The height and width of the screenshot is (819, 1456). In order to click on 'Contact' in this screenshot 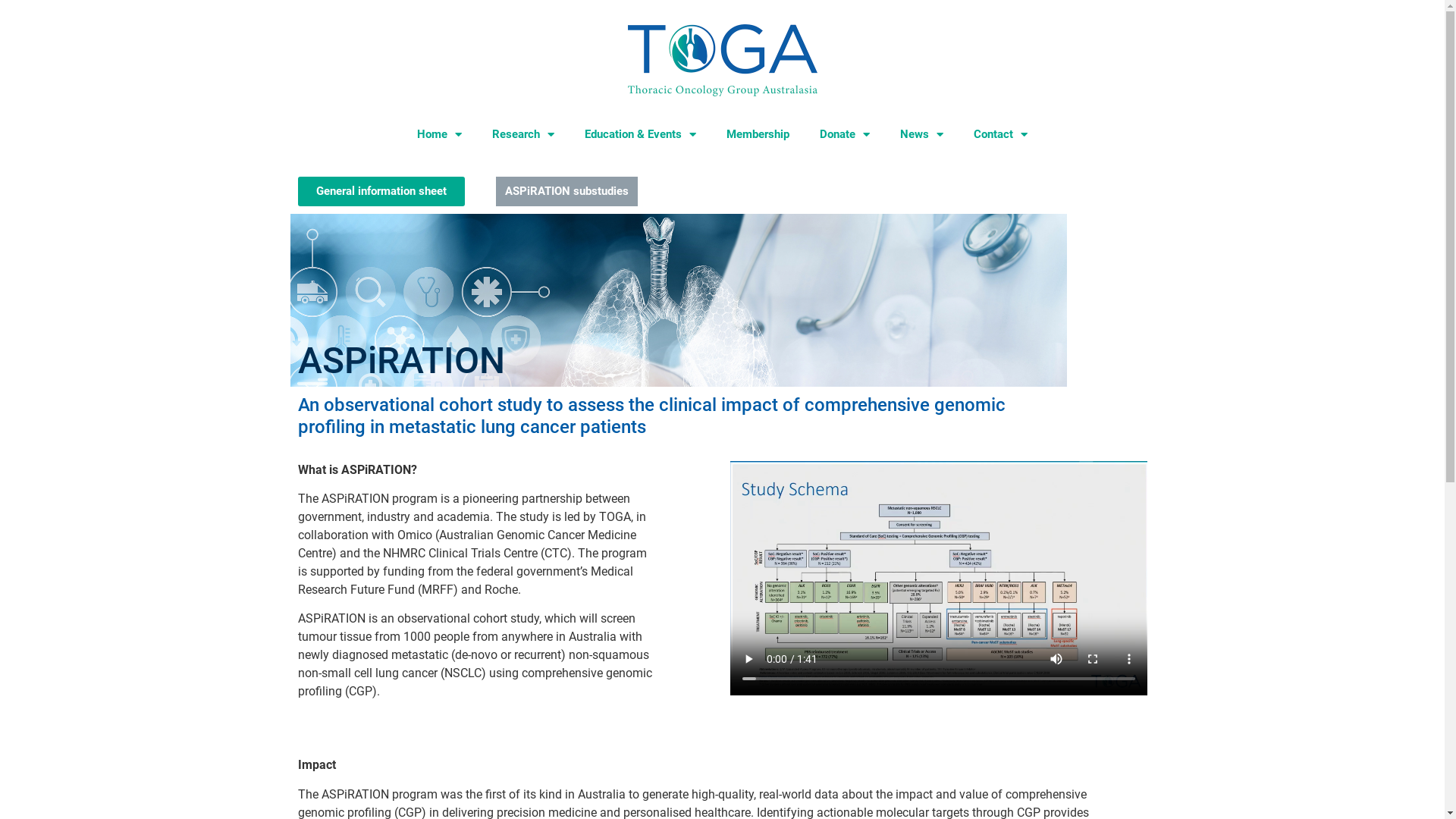, I will do `click(1000, 133)`.